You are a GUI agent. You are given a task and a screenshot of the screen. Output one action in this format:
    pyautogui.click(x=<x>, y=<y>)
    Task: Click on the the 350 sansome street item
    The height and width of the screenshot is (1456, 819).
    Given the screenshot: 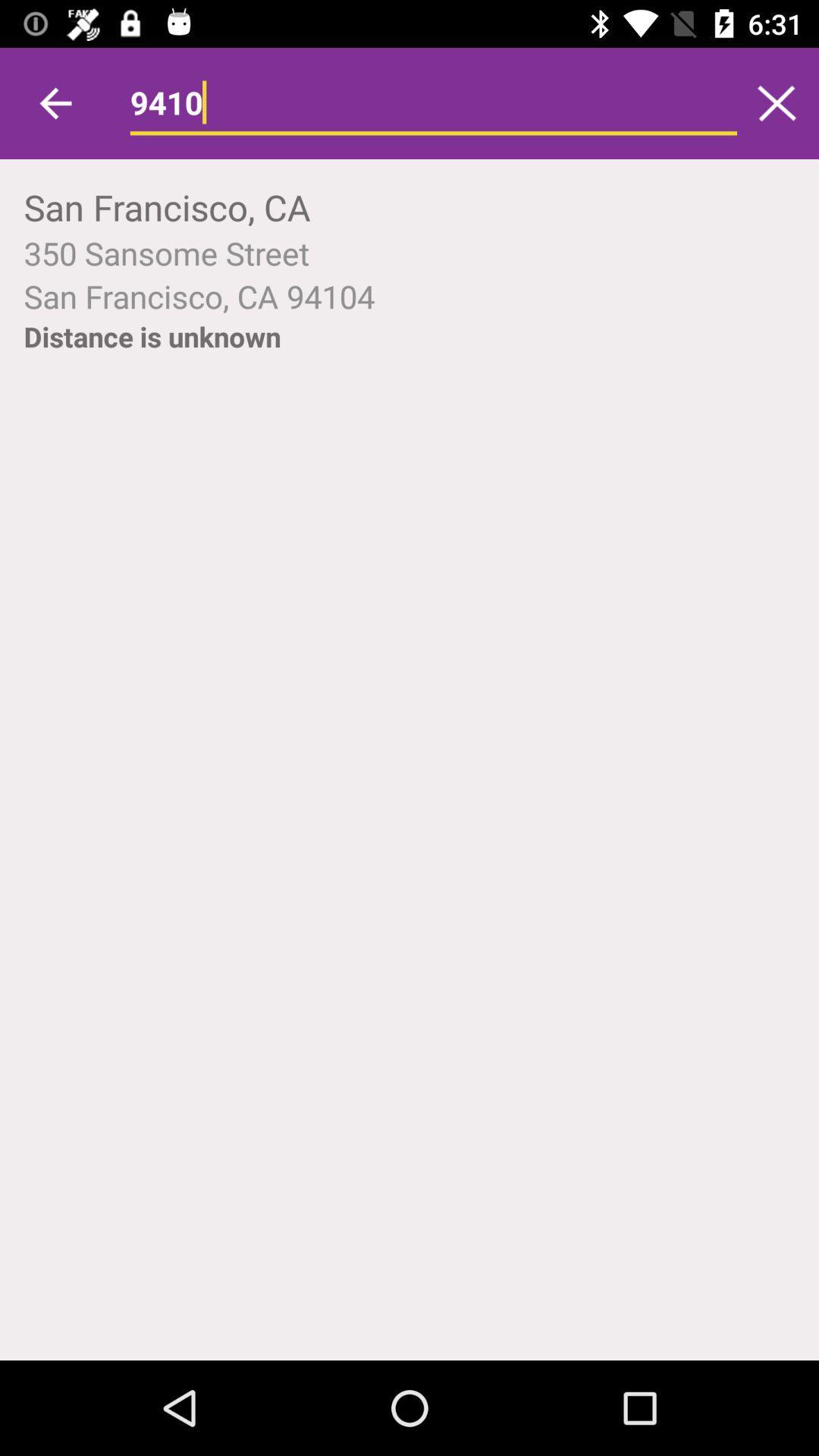 What is the action you would take?
    pyautogui.click(x=409, y=253)
    